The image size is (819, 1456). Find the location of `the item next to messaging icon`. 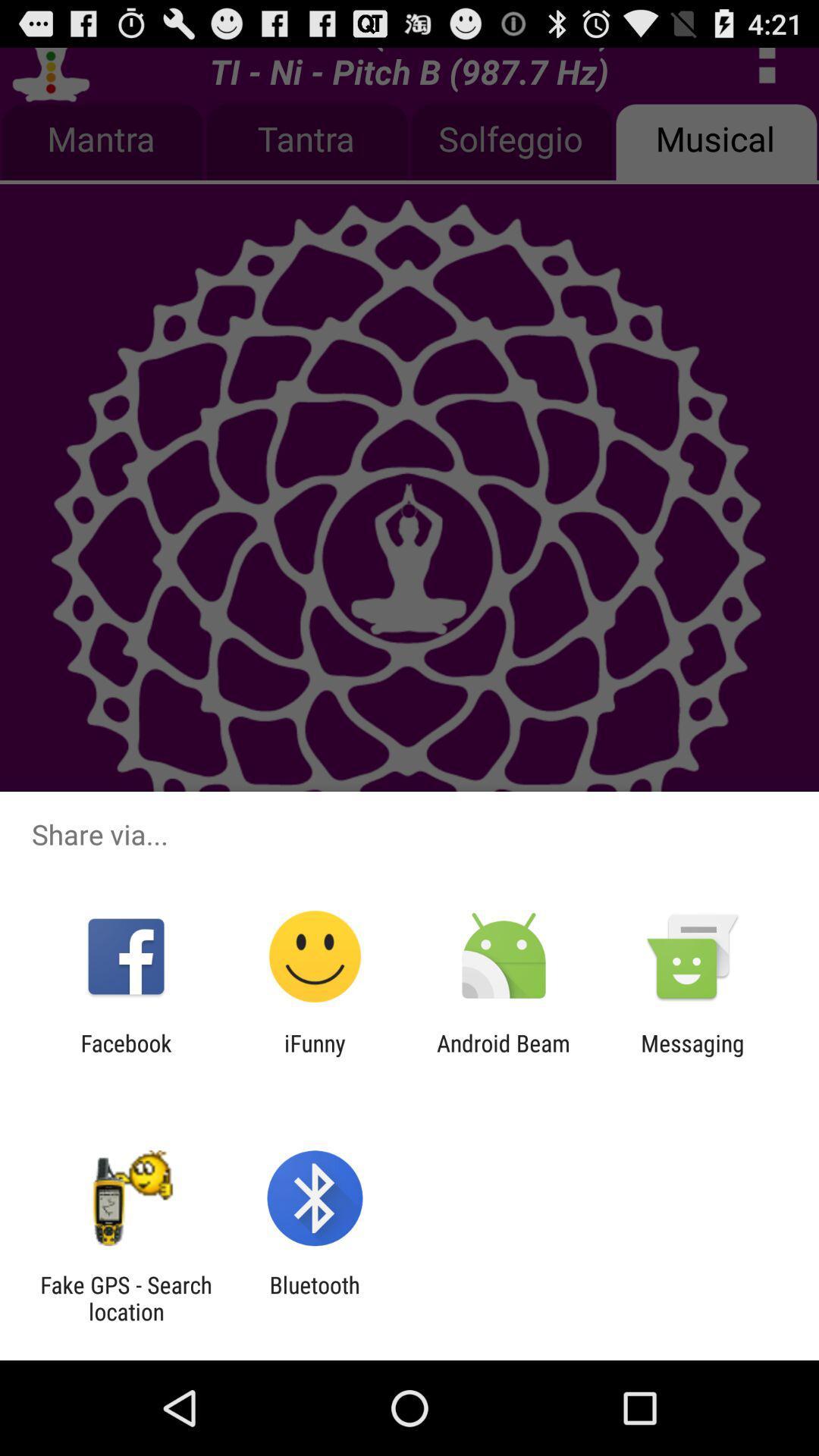

the item next to messaging icon is located at coordinates (504, 1056).